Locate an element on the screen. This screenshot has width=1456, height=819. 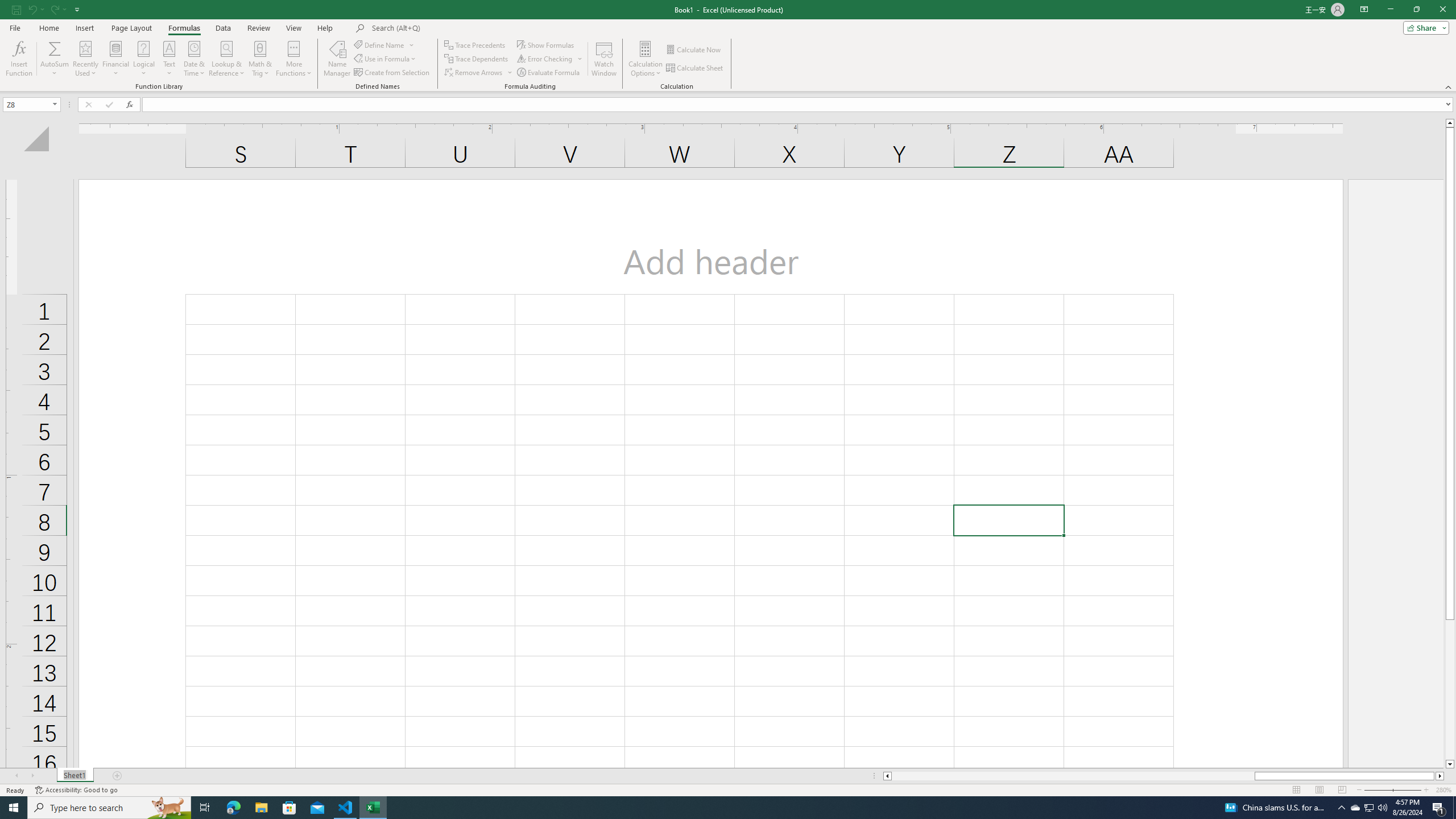
'Sum' is located at coordinates (54, 48).